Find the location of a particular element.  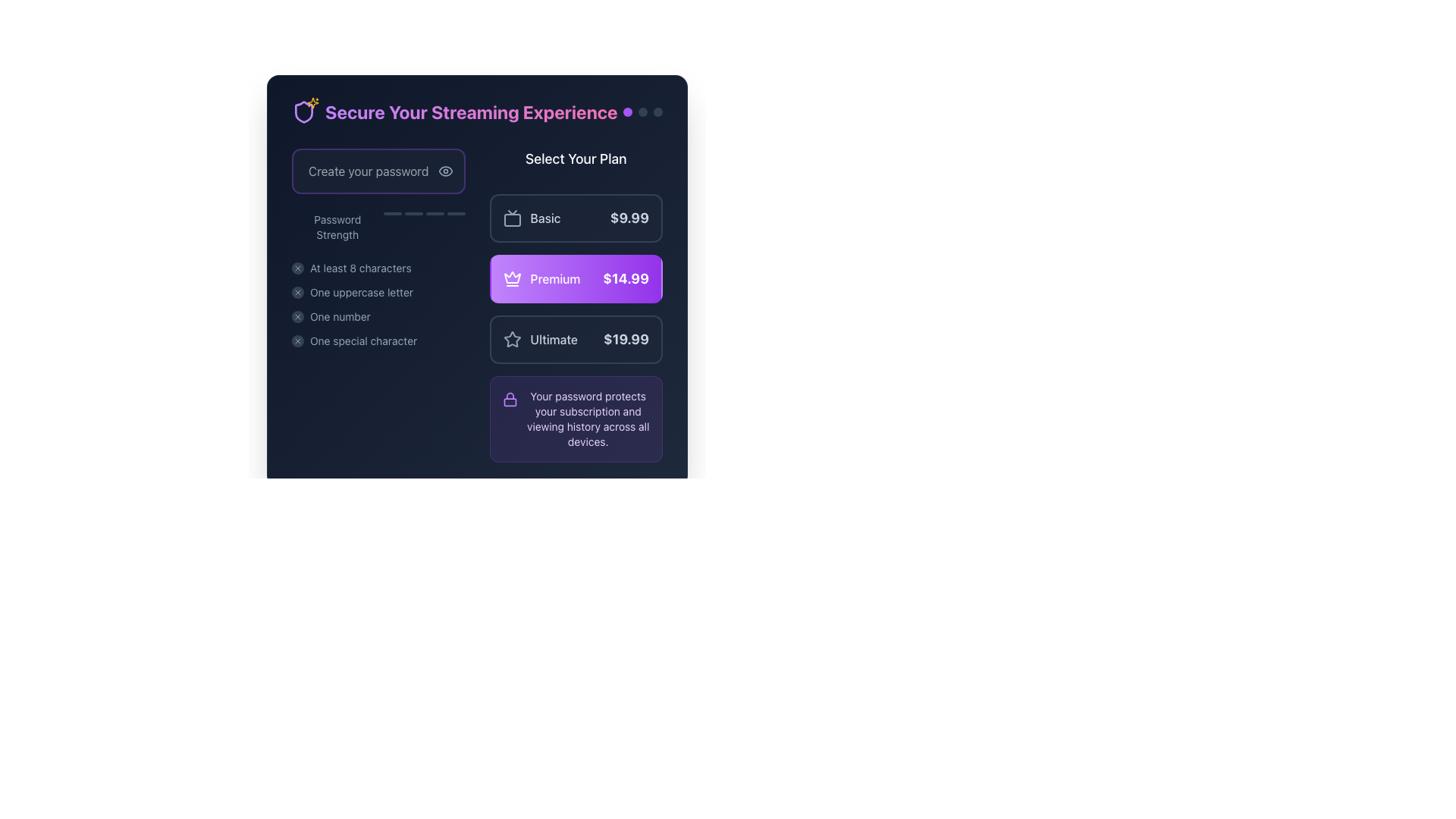

the informative text block about password protection, which features a purple lock icon and is located in the lower-right area of the interface is located at coordinates (575, 419).